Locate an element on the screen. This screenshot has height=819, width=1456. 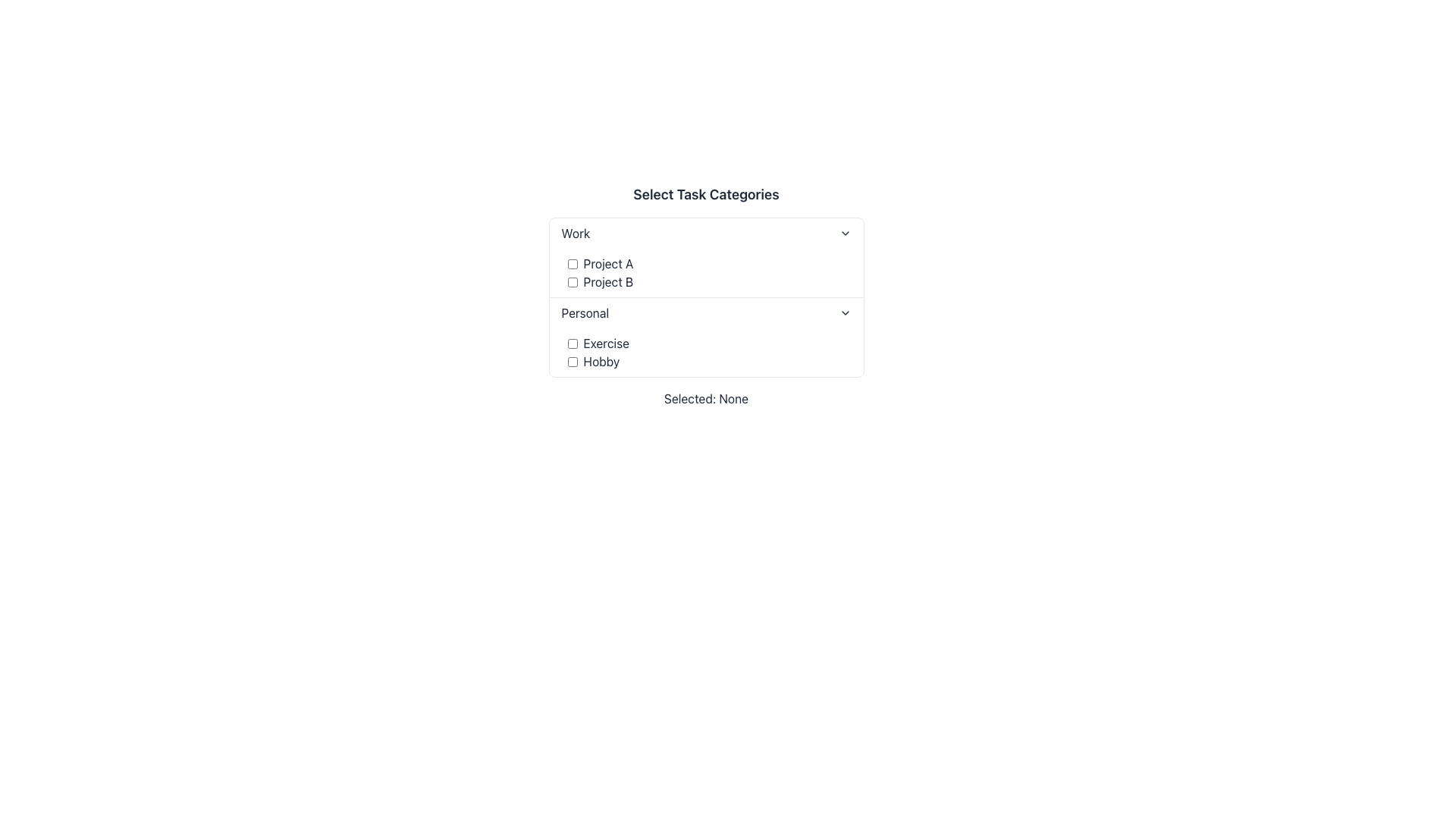
the downward-pointing chevron-shaped icon located to the right of the text 'Personal' in the 'Select Task Categories' panel is located at coordinates (844, 312).